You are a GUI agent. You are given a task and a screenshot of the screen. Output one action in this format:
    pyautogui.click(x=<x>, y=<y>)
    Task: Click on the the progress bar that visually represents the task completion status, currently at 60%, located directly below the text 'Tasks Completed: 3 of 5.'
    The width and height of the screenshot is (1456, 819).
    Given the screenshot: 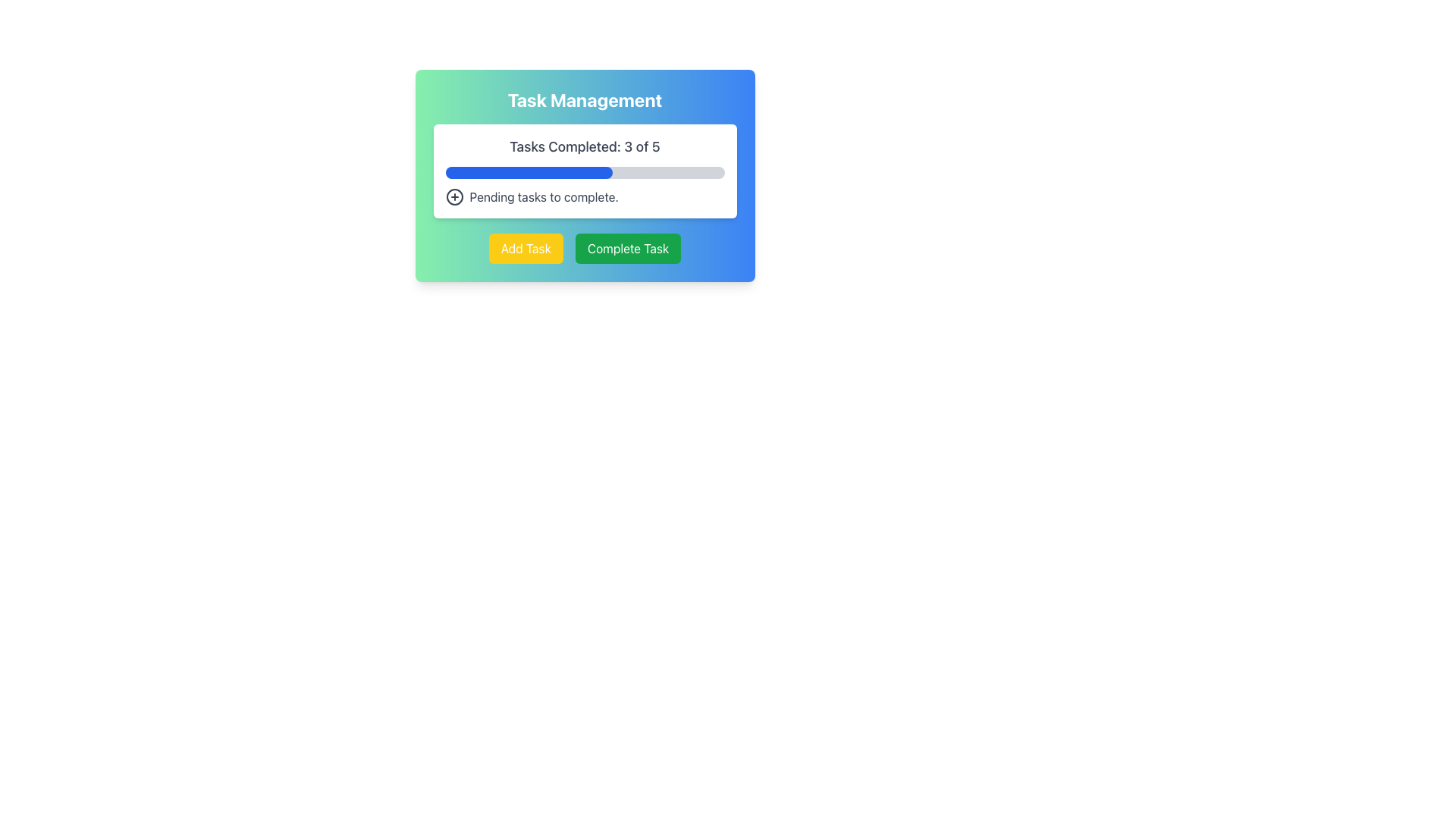 What is the action you would take?
    pyautogui.click(x=584, y=171)
    